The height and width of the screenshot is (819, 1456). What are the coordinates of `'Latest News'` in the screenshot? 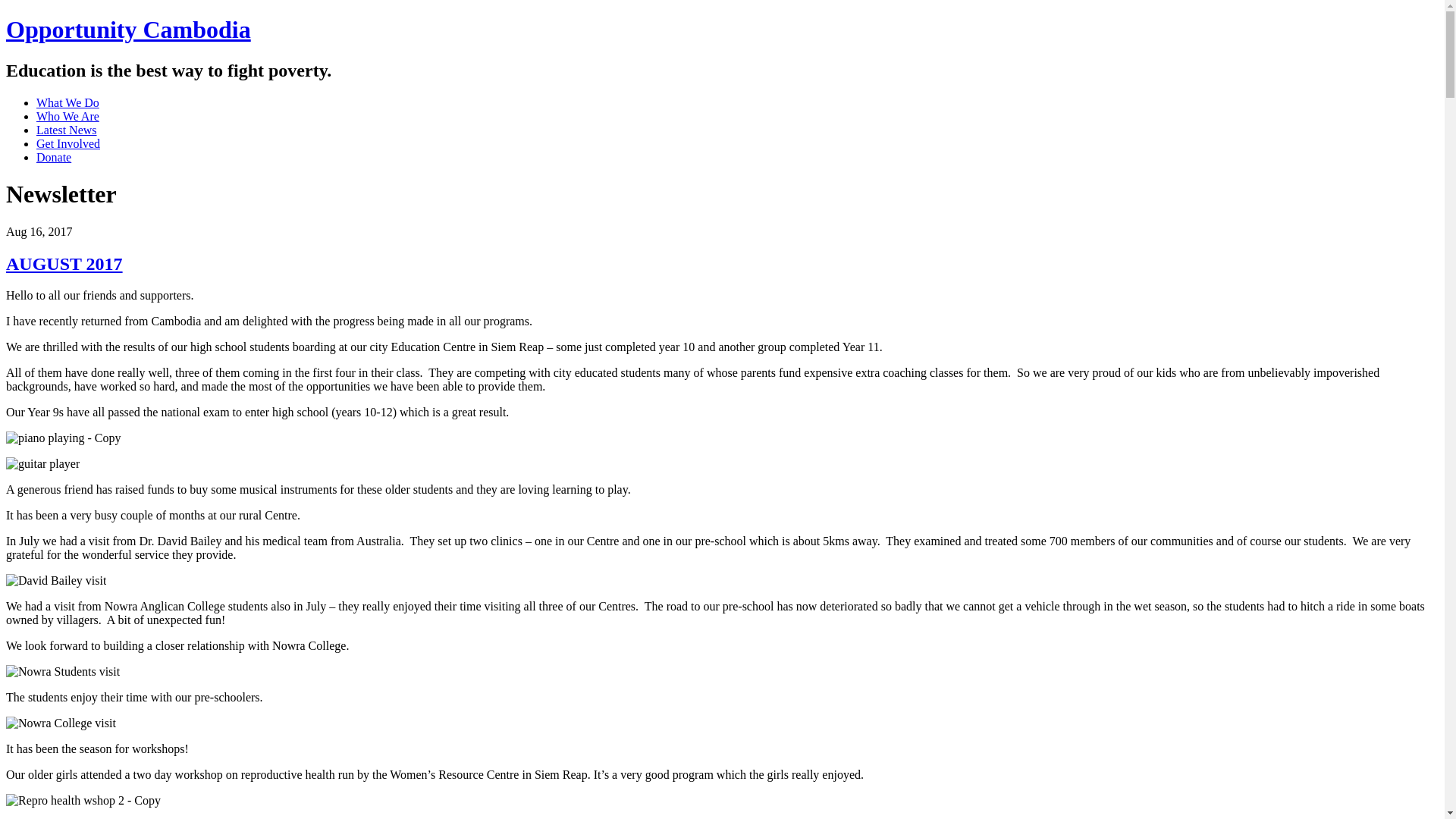 It's located at (36, 129).